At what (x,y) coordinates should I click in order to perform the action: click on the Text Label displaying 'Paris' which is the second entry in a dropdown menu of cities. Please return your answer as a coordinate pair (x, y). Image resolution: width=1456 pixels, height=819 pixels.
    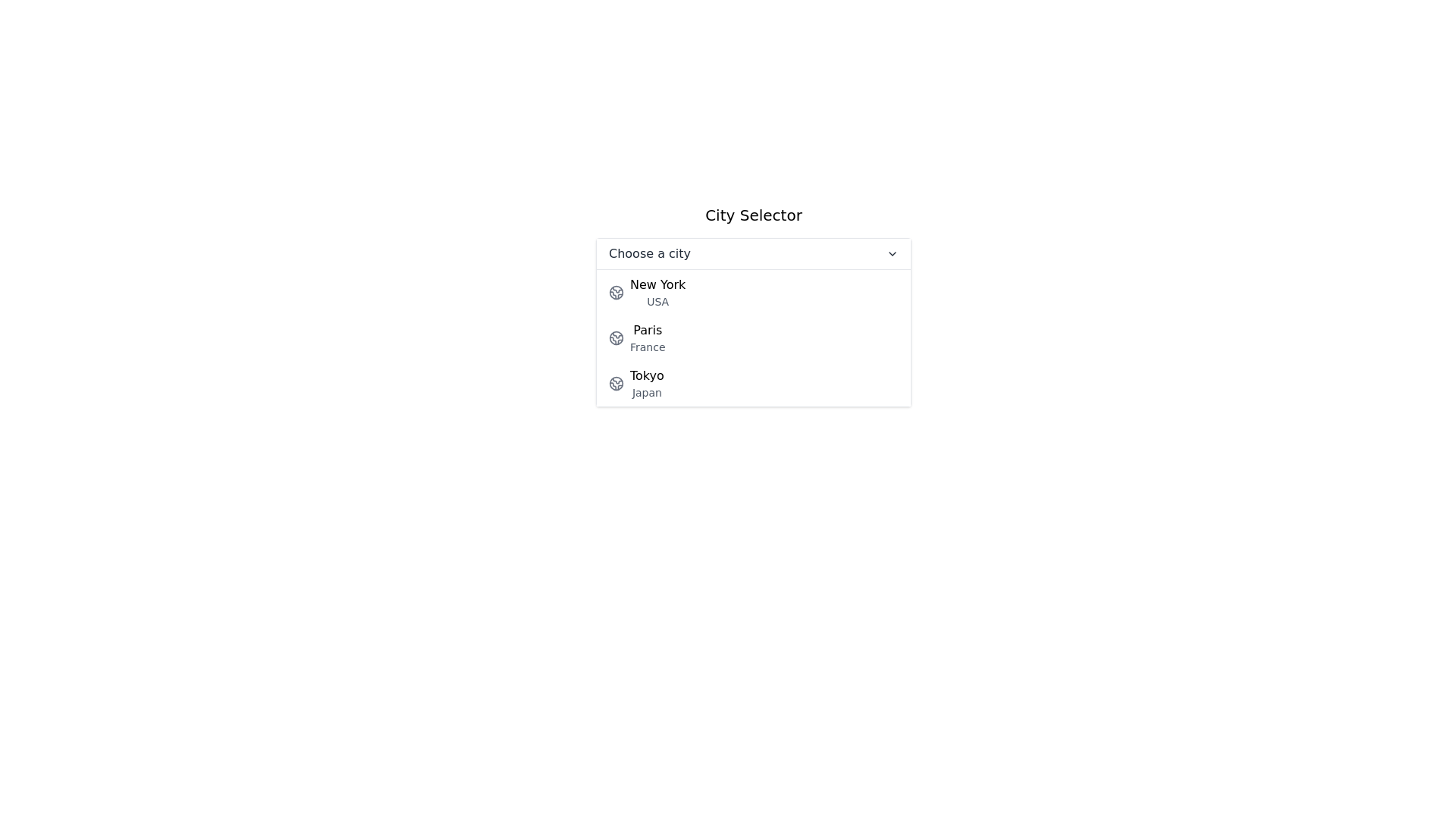
    Looking at the image, I should click on (648, 337).